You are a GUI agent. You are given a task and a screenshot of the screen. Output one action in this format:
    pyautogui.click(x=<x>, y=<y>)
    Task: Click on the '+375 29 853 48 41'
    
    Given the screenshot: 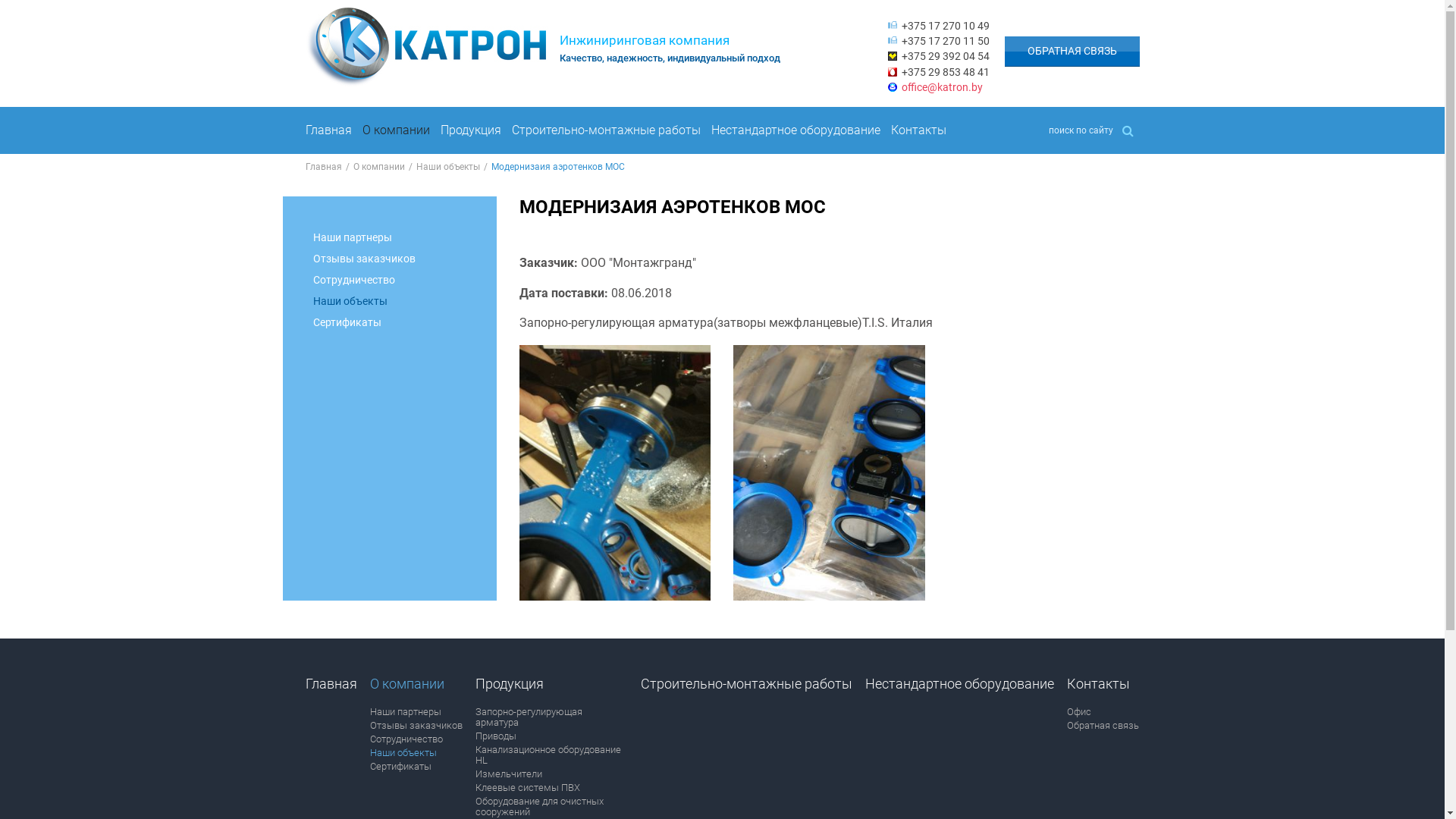 What is the action you would take?
    pyautogui.click(x=944, y=72)
    